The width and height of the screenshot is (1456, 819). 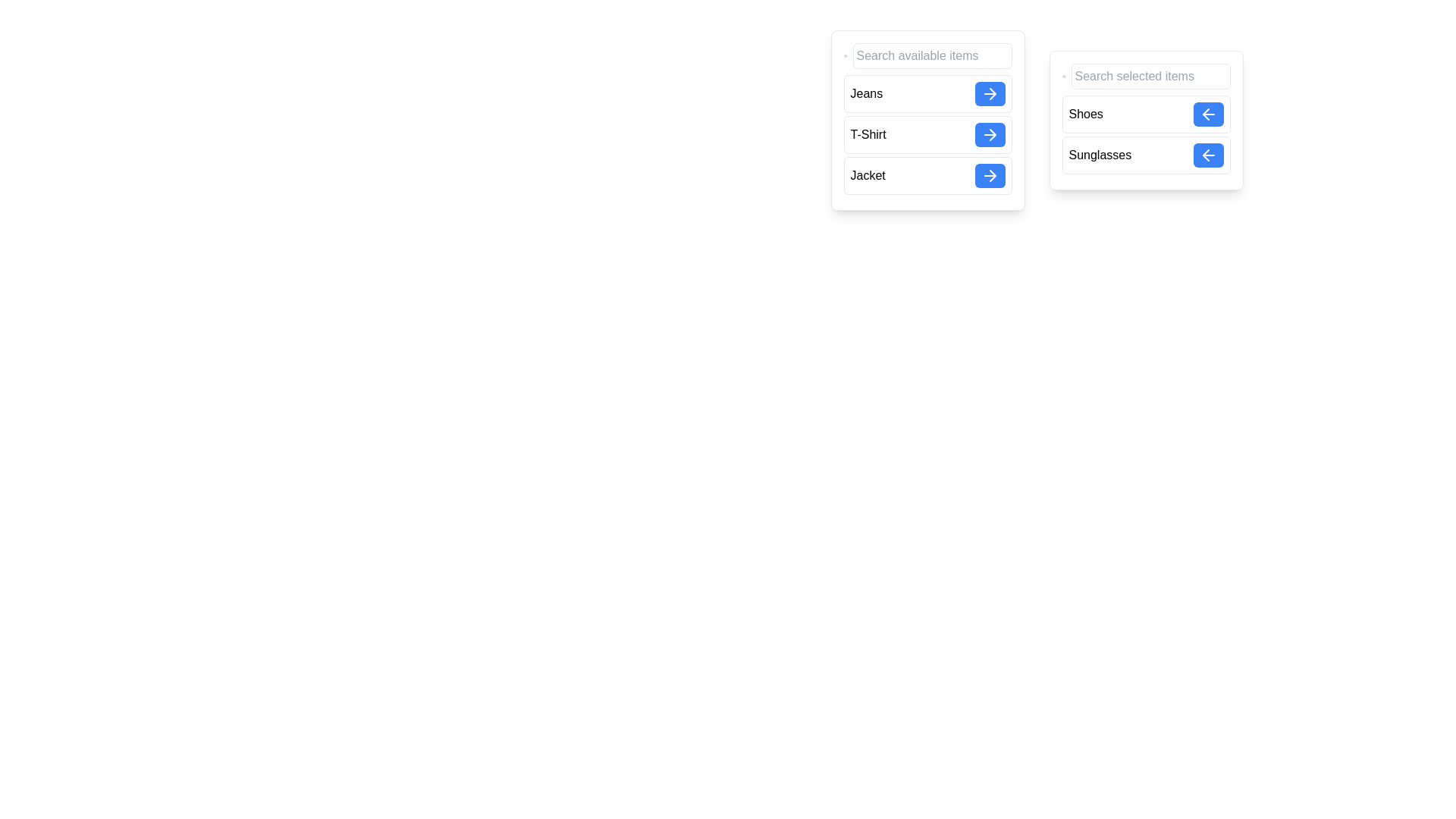 What do you see at coordinates (990, 93) in the screenshot?
I see `the blue rectangular button with rounded corners and a right-pointing white arrow icon, located in the list entry labeled 'Jeans'` at bounding box center [990, 93].